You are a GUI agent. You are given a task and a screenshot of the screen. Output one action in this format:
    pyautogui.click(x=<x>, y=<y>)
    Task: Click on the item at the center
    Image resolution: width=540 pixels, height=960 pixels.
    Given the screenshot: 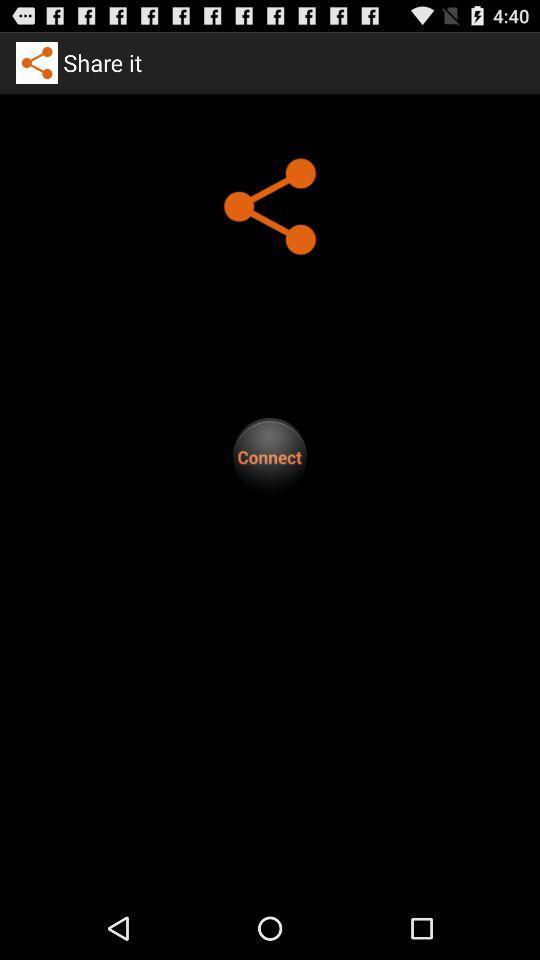 What is the action you would take?
    pyautogui.click(x=270, y=456)
    